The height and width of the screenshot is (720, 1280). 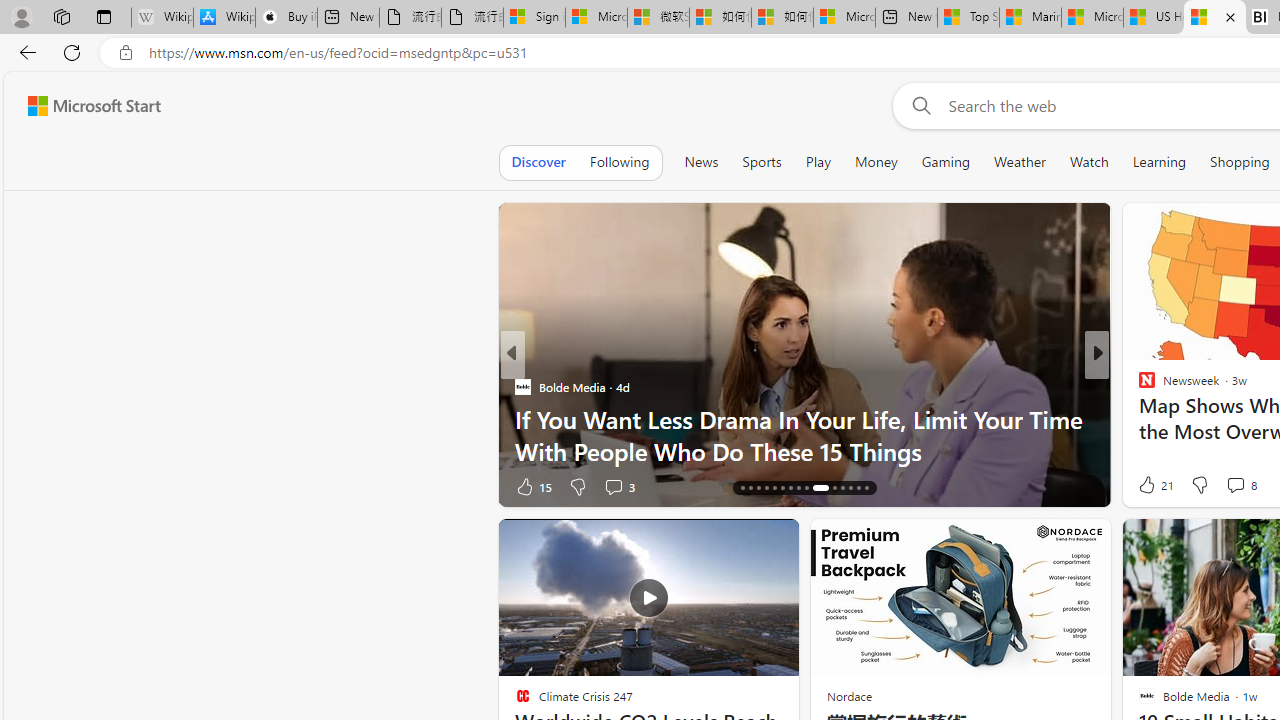 What do you see at coordinates (765, 488) in the screenshot?
I see `'AutomationID: tab-19'` at bounding box center [765, 488].